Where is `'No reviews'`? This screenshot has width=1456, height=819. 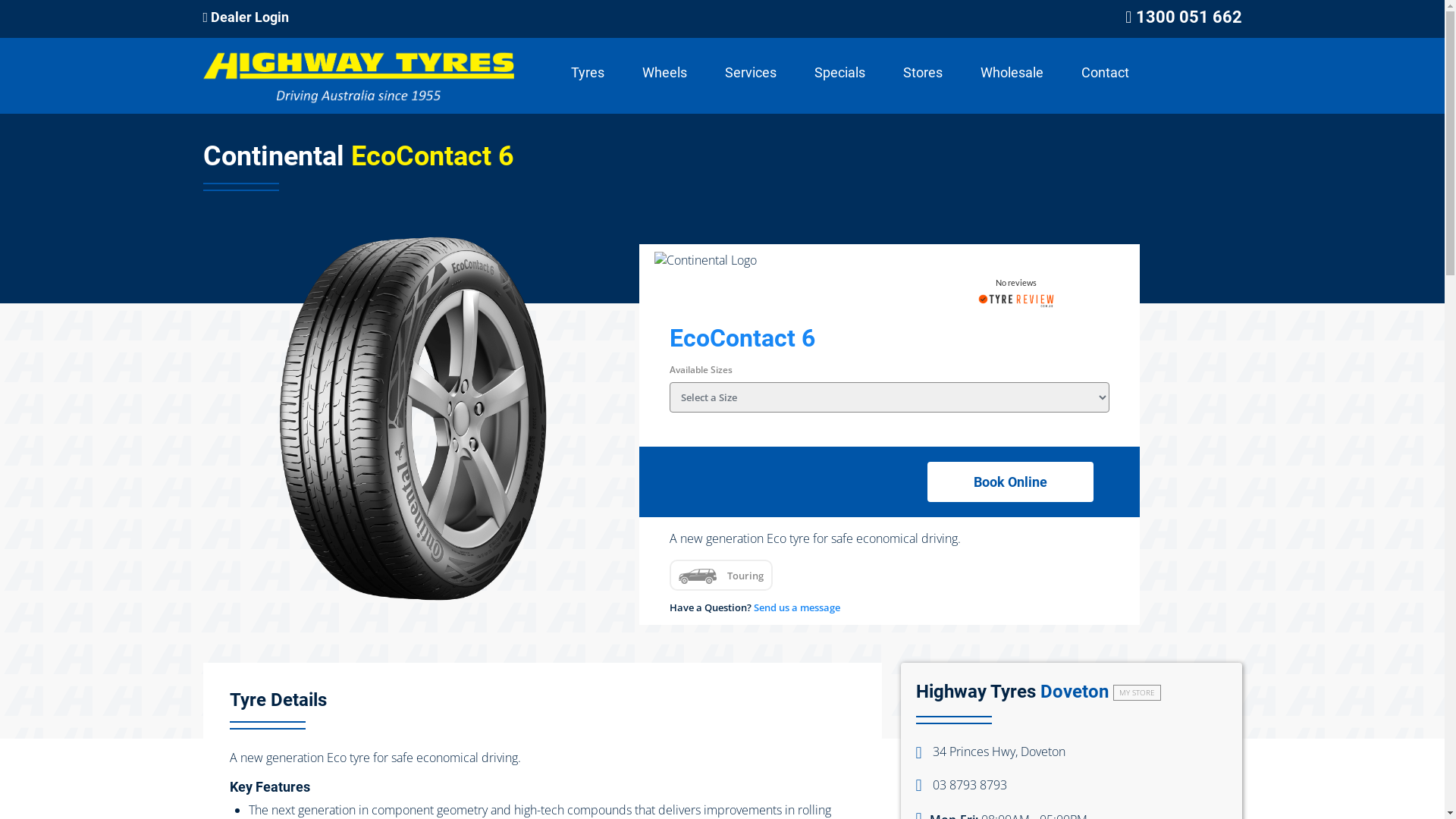 'No reviews' is located at coordinates (1015, 284).